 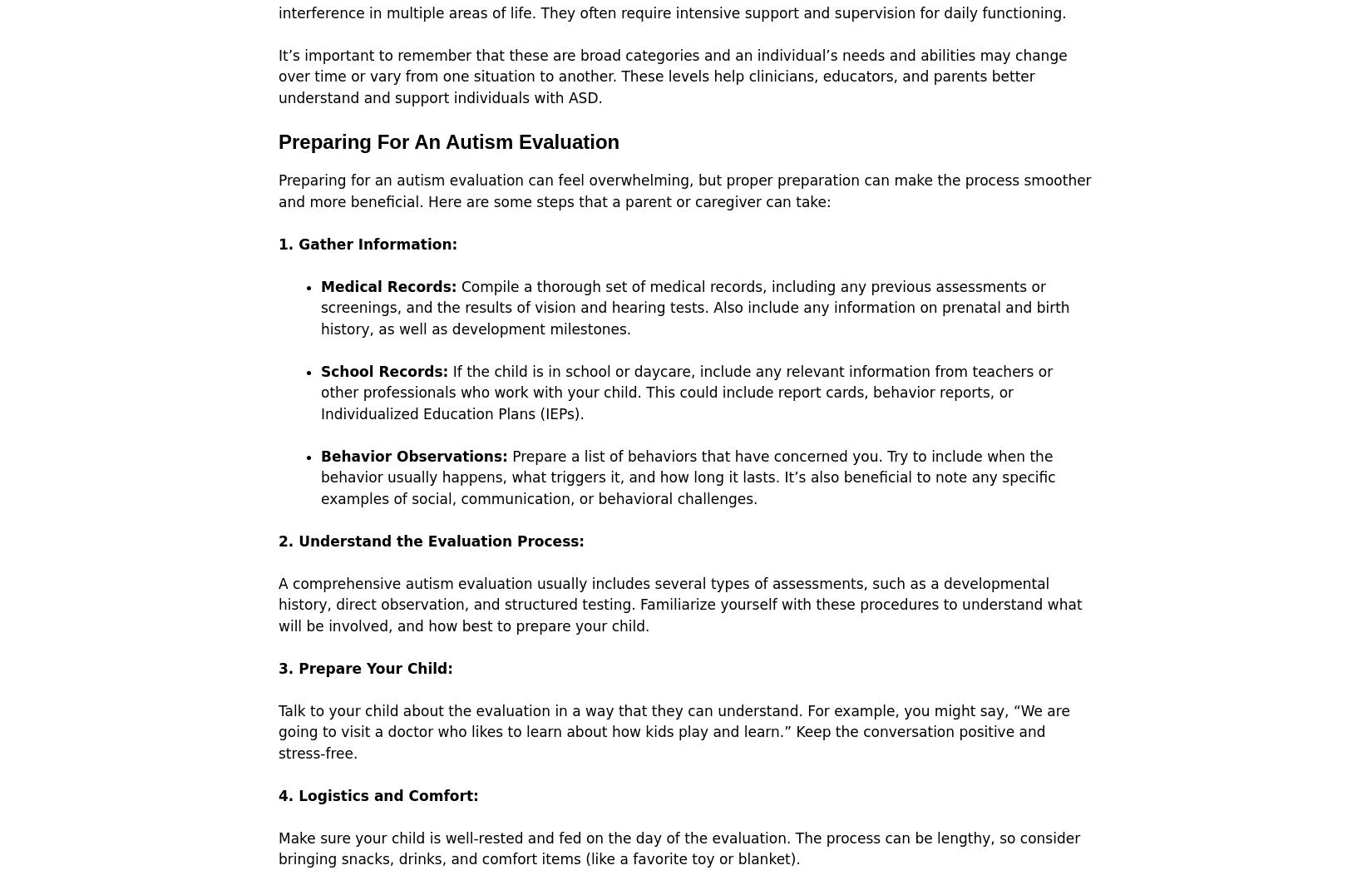 I want to click on 'Preparing for an autism evaluation can feel overwhelming, but proper preparation can make the process smoother and more beneficial. Here are some steps that a parent or caregiver can take:', so click(x=684, y=190).